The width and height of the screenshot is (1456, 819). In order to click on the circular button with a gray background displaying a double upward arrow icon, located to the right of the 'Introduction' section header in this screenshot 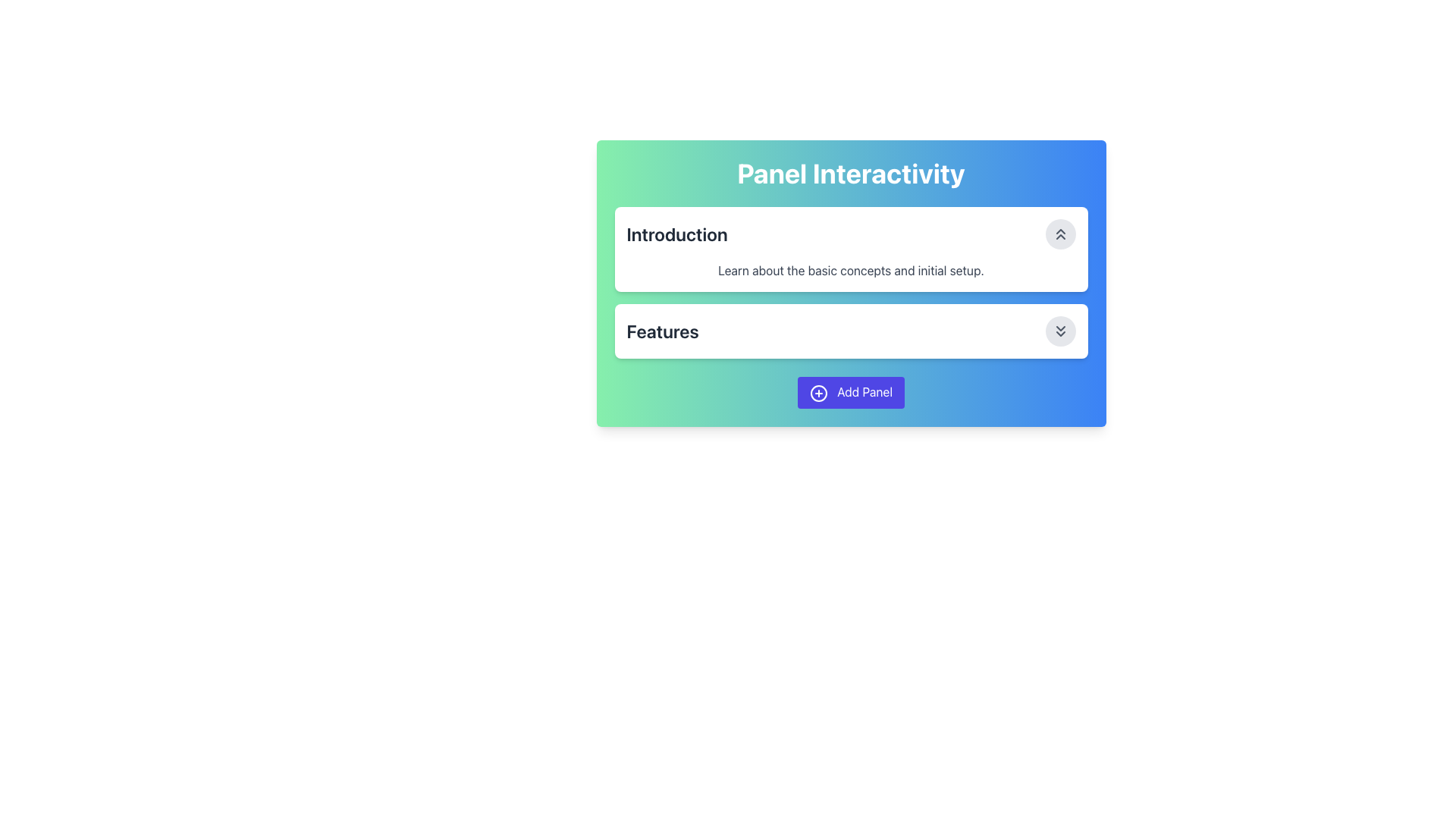, I will do `click(1059, 234)`.